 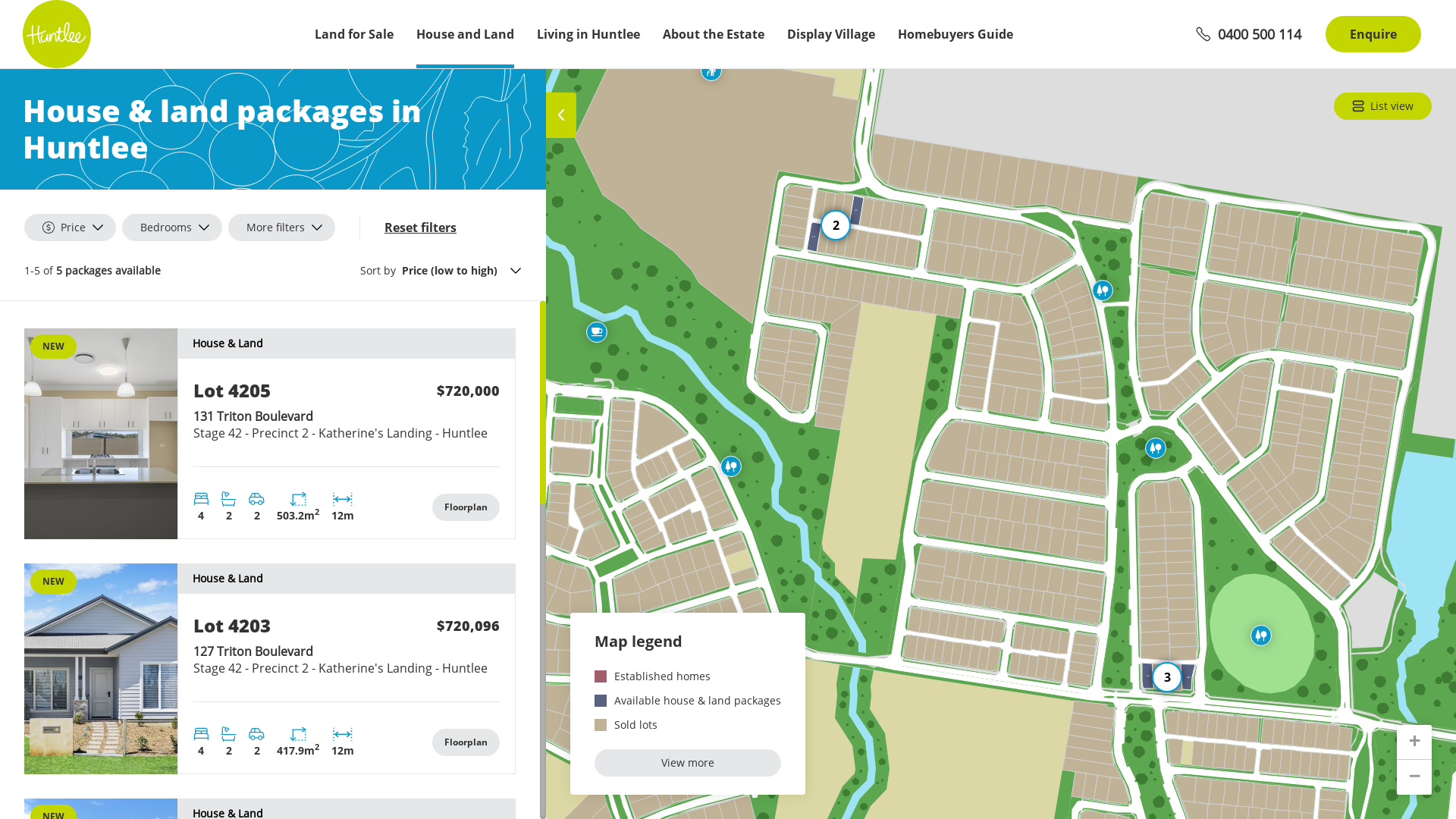 I want to click on '0400 500 114', so click(x=1248, y=34).